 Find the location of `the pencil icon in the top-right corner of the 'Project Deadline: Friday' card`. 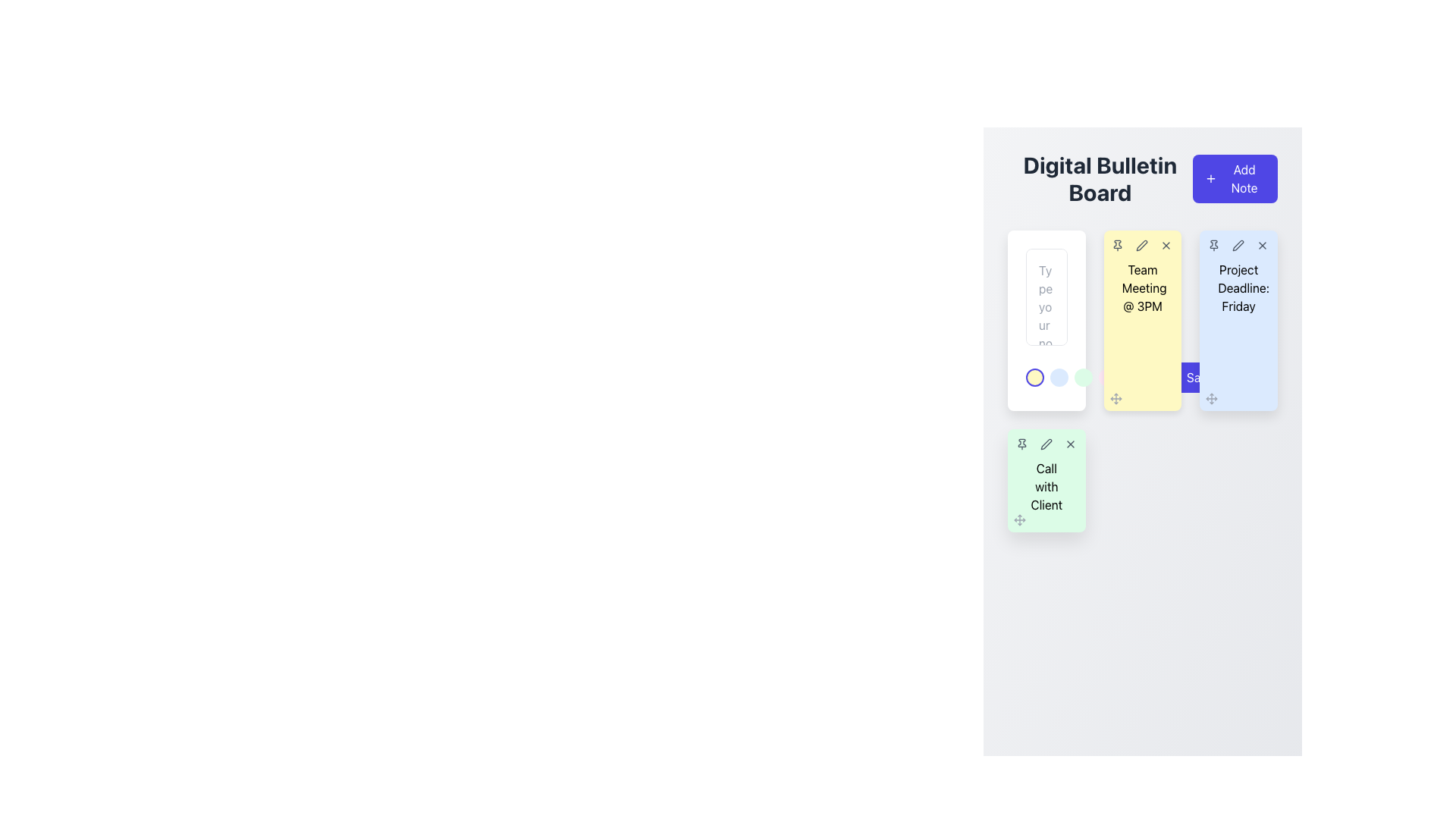

the pencil icon in the top-right corner of the 'Project Deadline: Friday' card is located at coordinates (1238, 245).